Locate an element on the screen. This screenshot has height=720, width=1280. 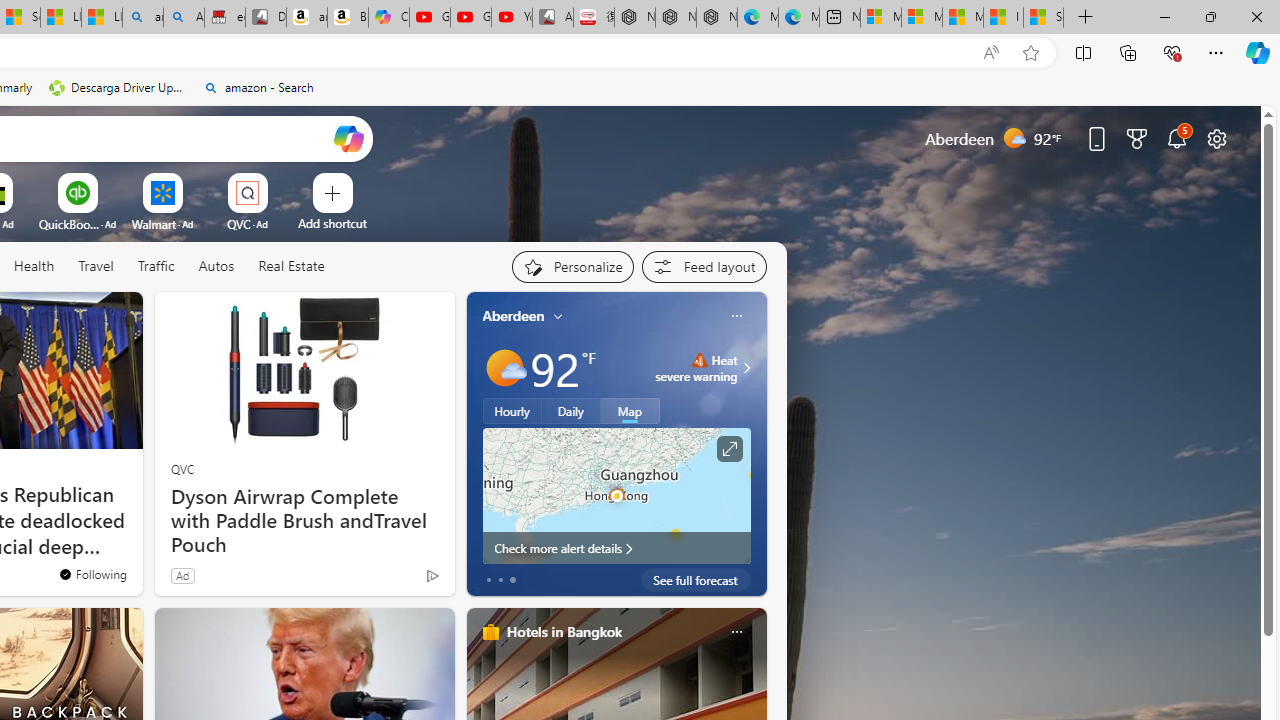
'tab-2' is located at coordinates (512, 579).